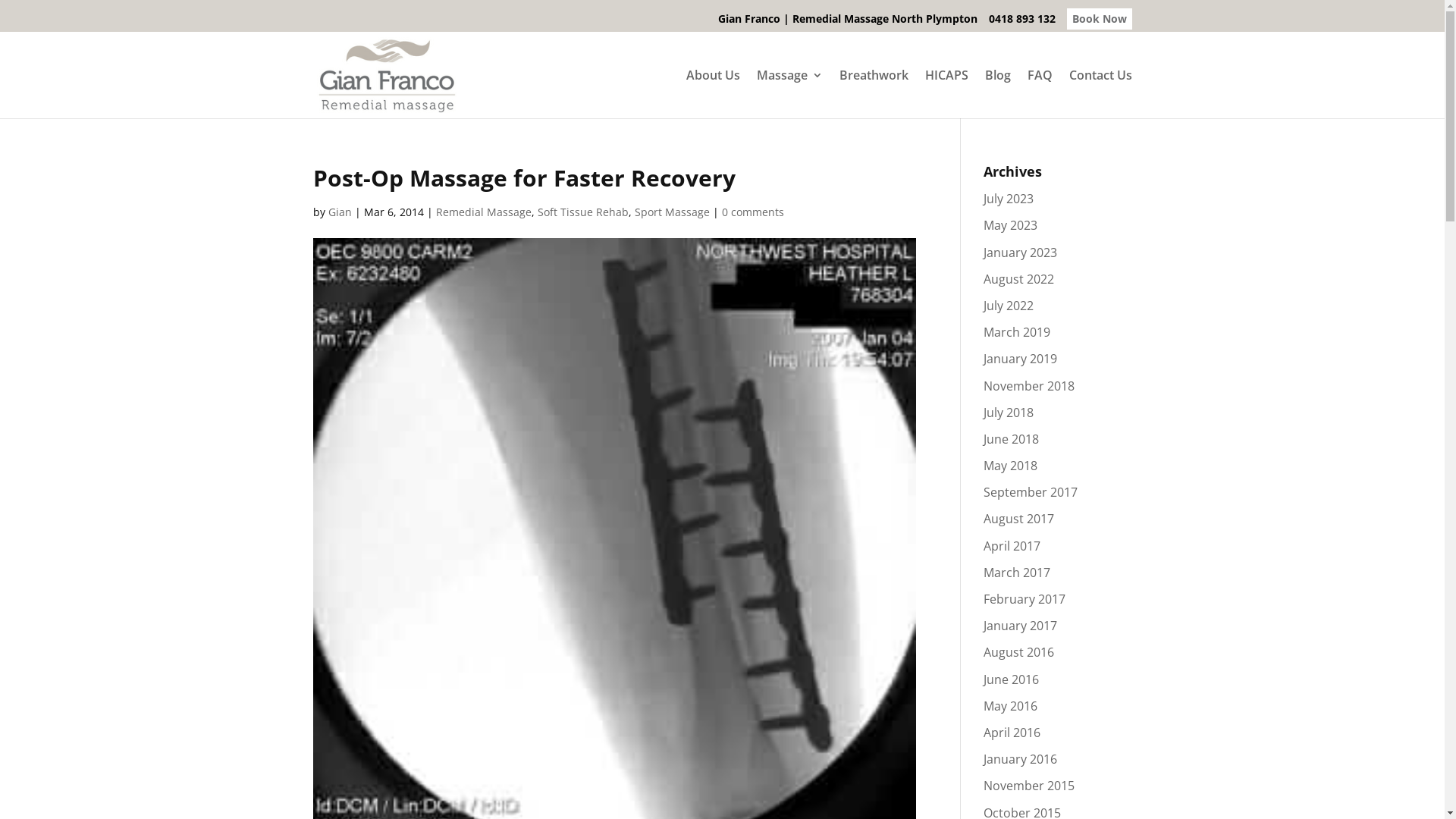 The width and height of the screenshot is (1456, 819). Describe the element at coordinates (846, 23) in the screenshot. I see `'Gian Franco | Remedial Massage North Plympton'` at that location.